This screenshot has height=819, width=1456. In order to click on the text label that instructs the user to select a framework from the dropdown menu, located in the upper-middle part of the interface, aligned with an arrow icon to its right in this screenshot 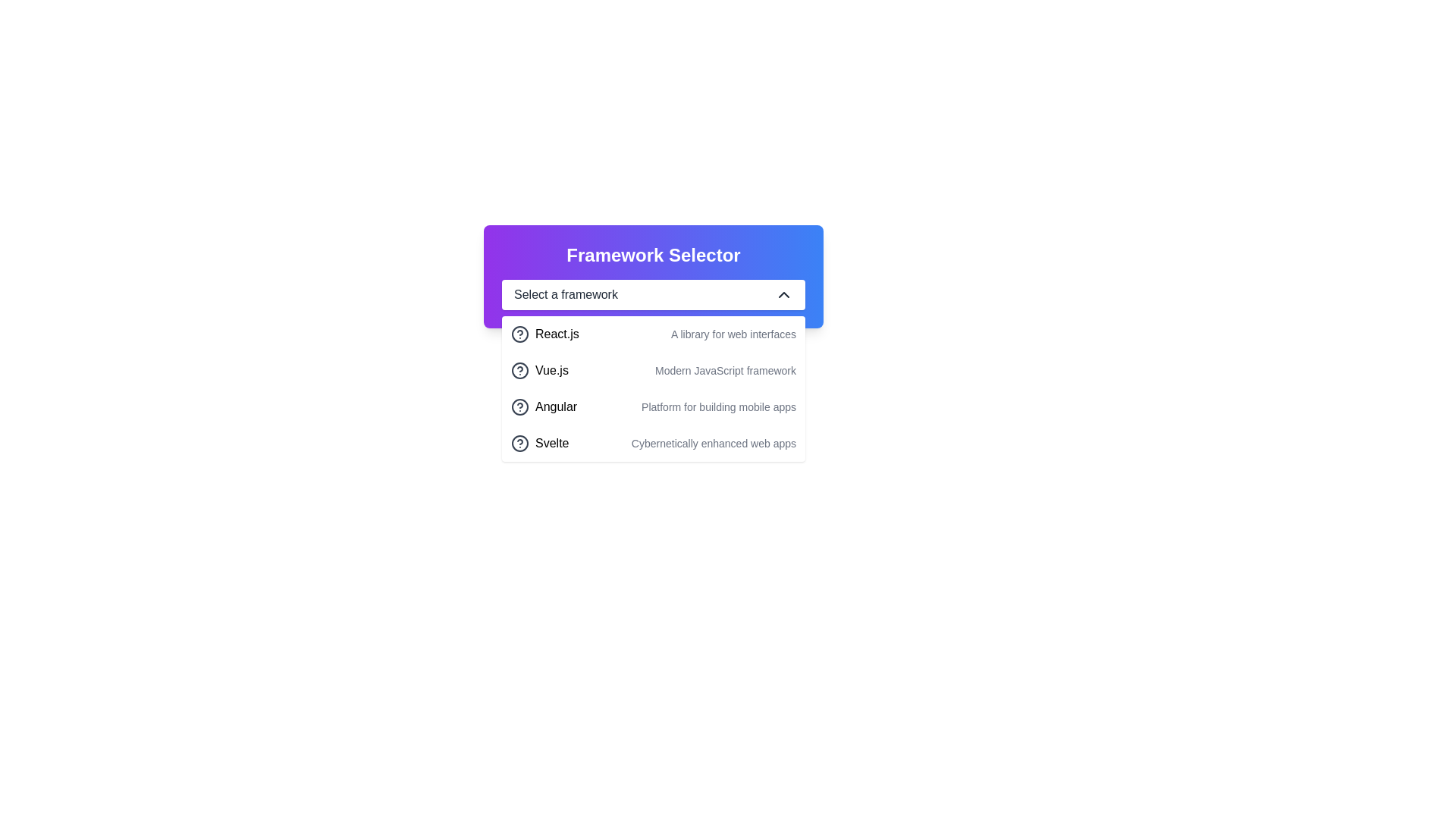, I will do `click(565, 295)`.